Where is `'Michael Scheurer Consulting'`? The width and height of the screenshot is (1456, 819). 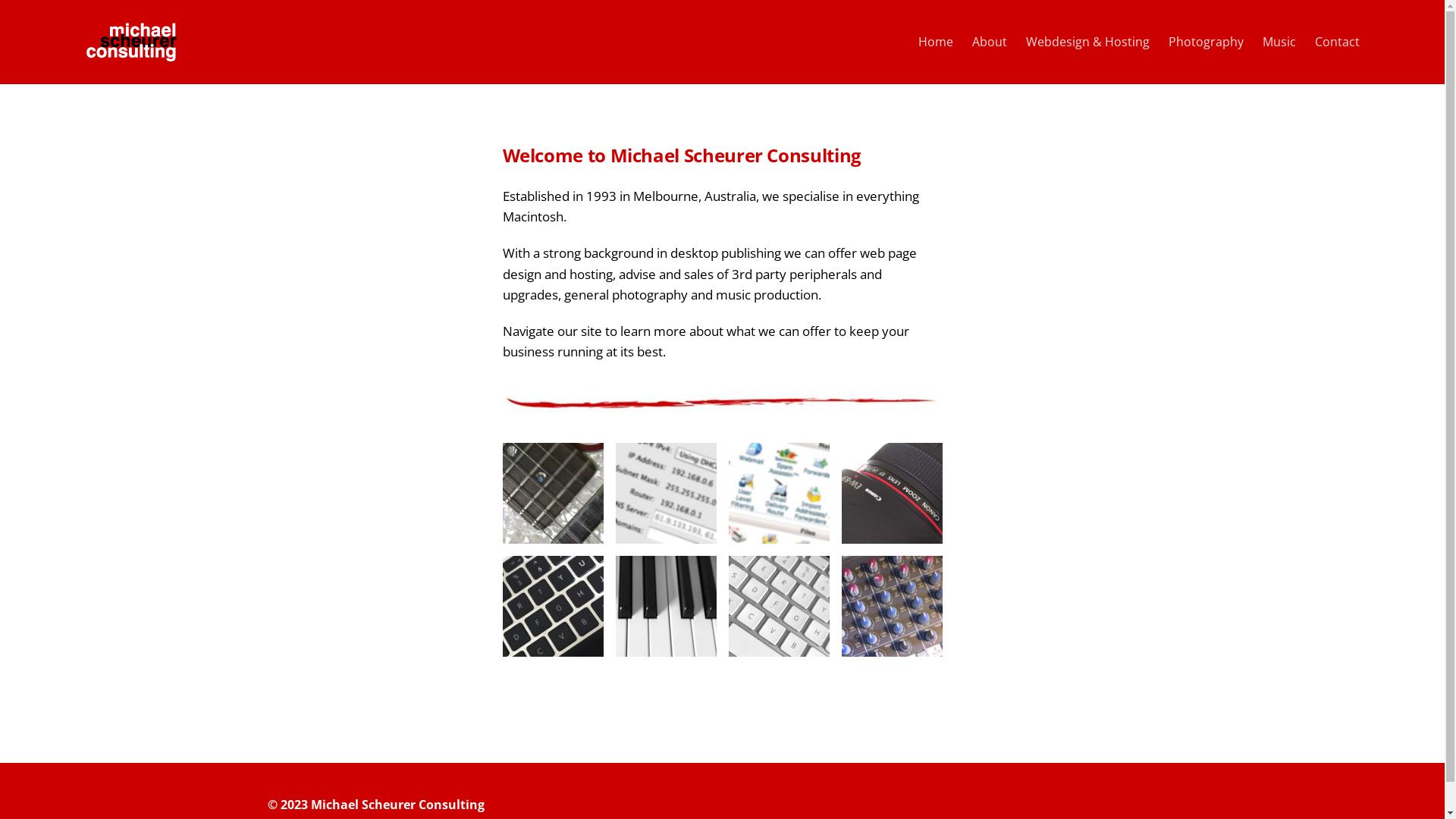
'Michael Scheurer Consulting' is located at coordinates (309, 803).